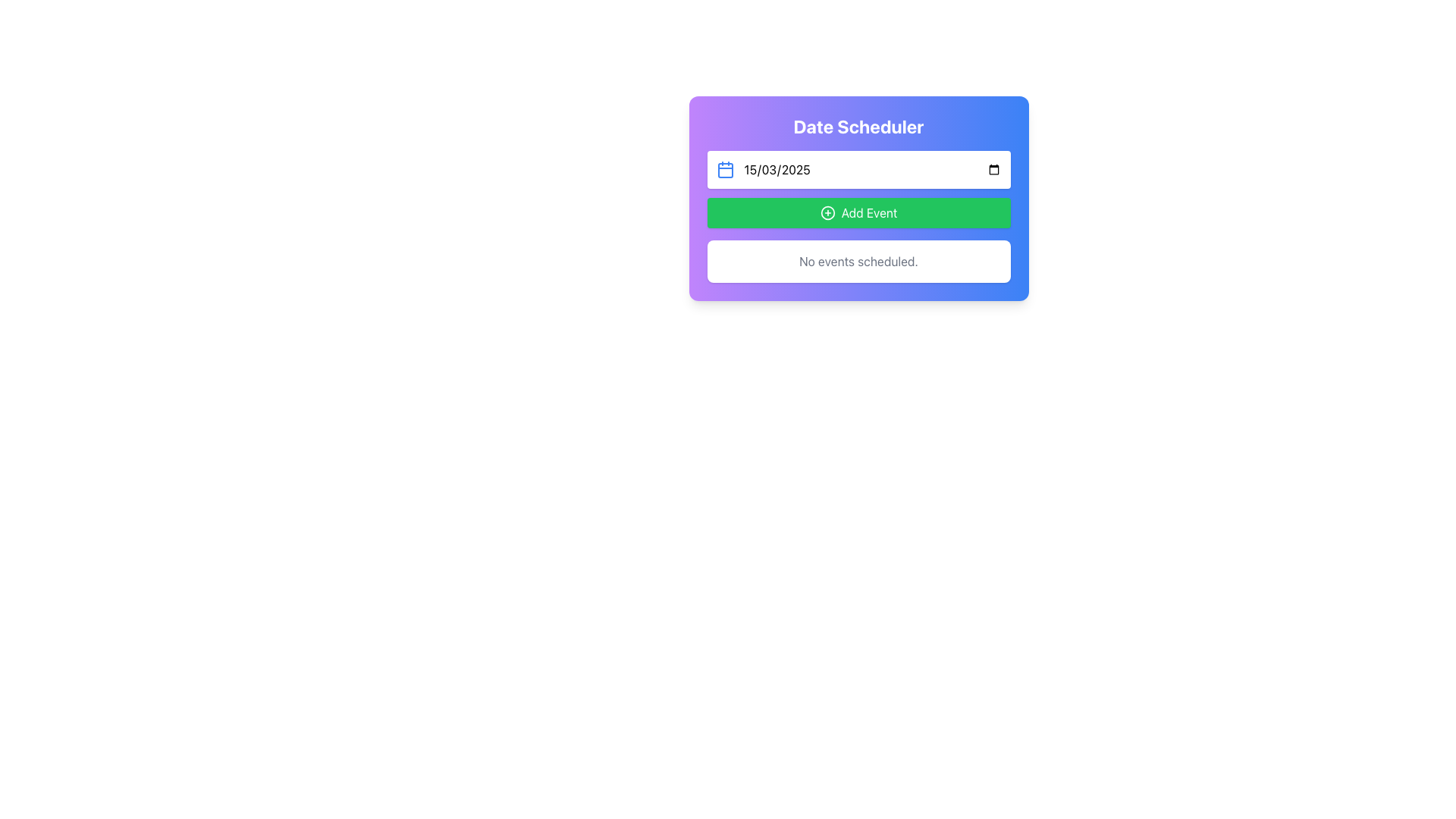  Describe the element at coordinates (724, 170) in the screenshot. I see `the rounded rectangle calendar icon component located to the left of the input field under the 'Date Scheduler' header` at that location.